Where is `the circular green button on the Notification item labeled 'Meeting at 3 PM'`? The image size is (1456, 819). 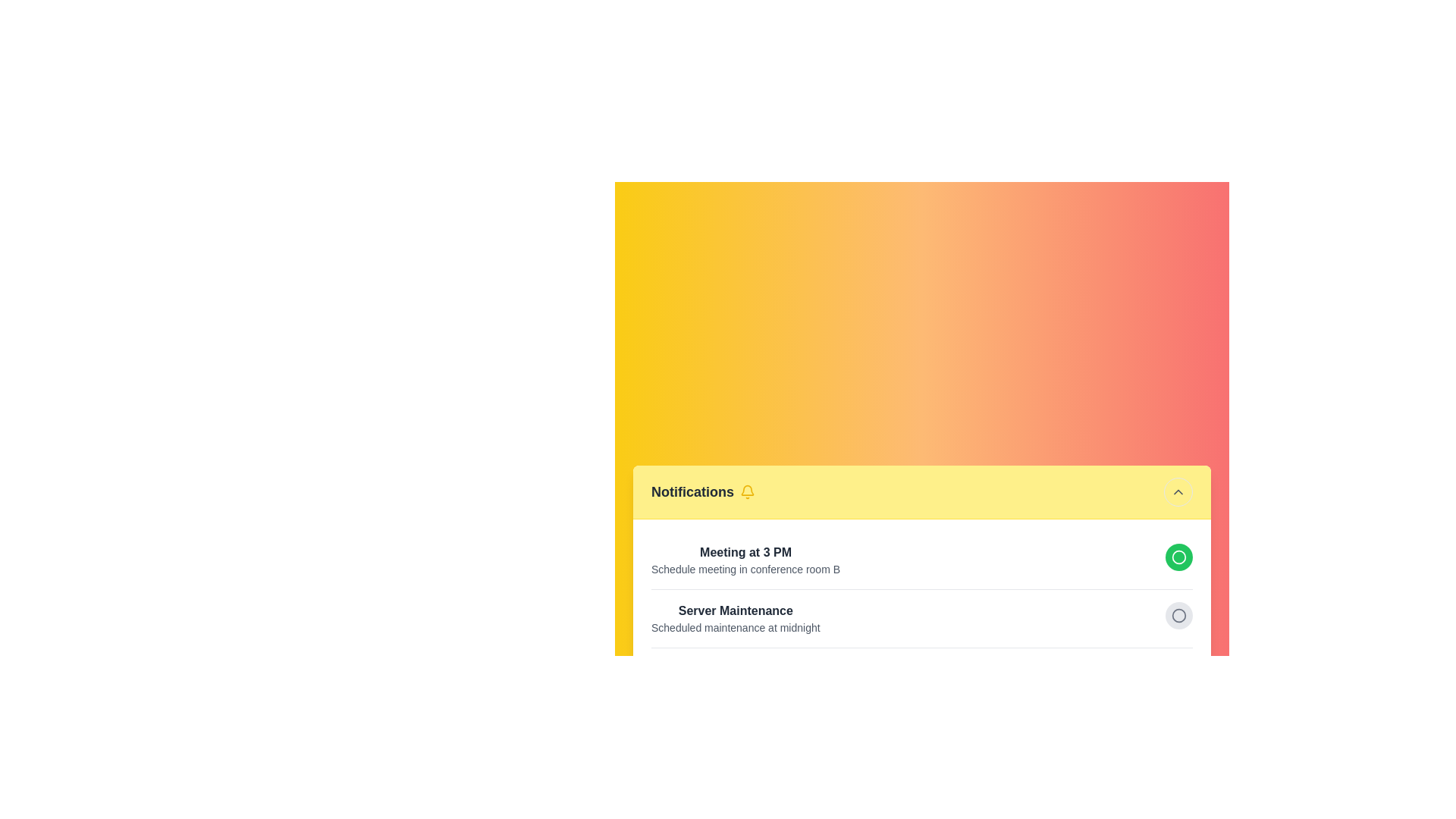
the circular green button on the Notification item labeled 'Meeting at 3 PM' is located at coordinates (921, 559).